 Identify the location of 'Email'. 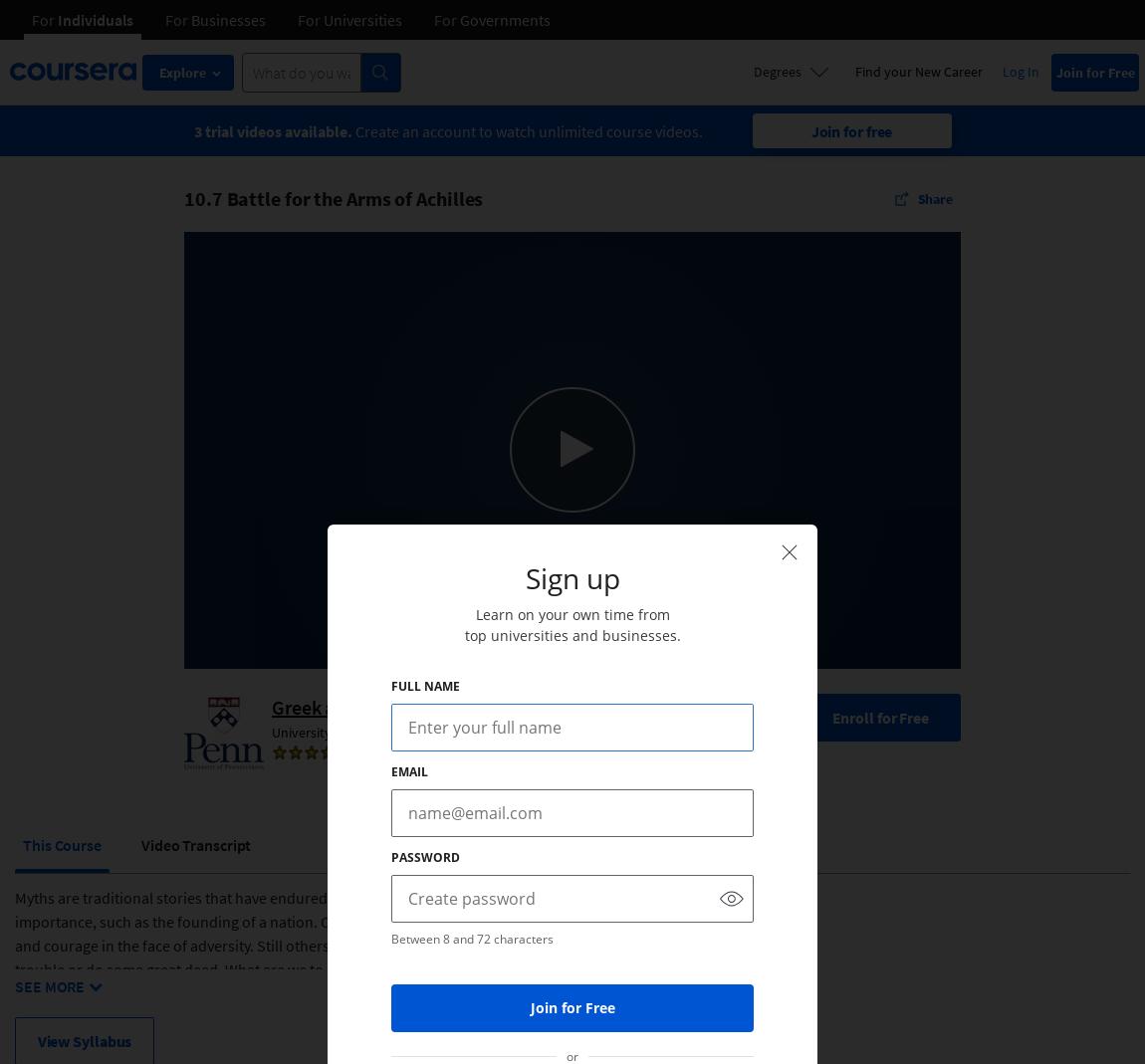
(390, 771).